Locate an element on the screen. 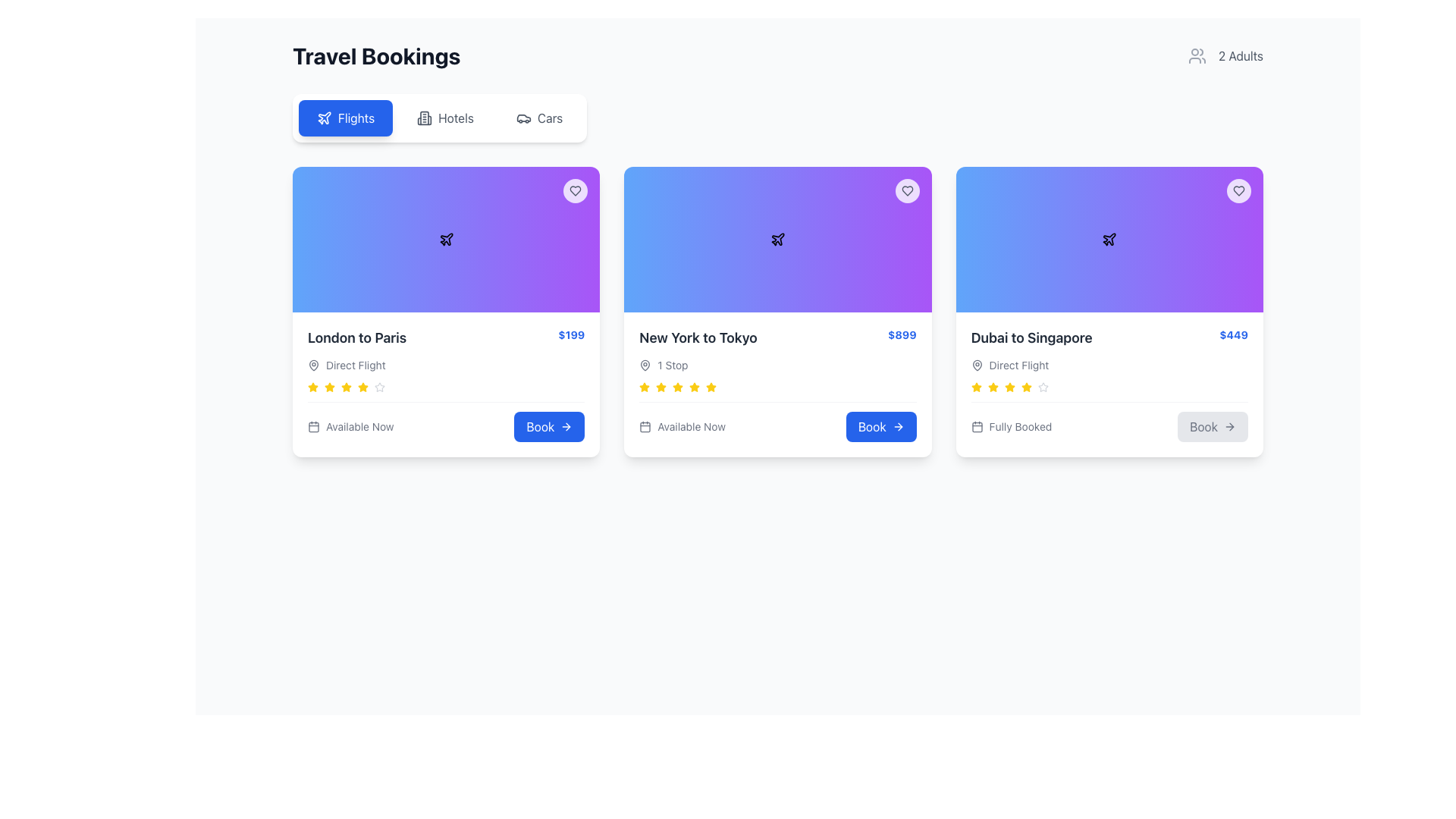  the right-pointing arrow icon within the 'Book' button on the travel card for the trip from 'Dubai to Singapore' is located at coordinates (1230, 427).